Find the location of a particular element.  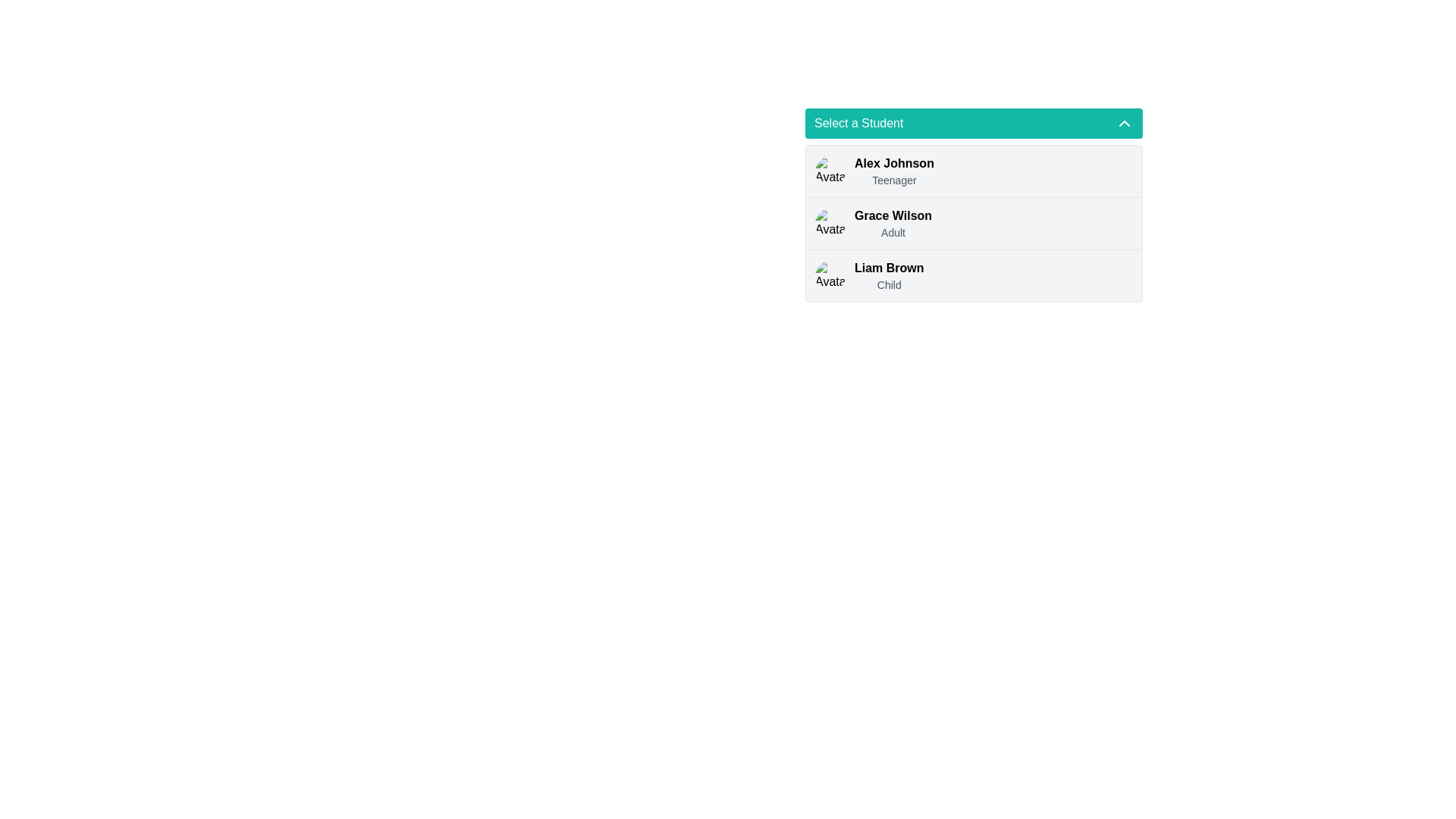

text label displaying 'Alex Johnson' in bold font style, which is the topmost entry in the dropdown list under 'Select a Student' is located at coordinates (894, 164).